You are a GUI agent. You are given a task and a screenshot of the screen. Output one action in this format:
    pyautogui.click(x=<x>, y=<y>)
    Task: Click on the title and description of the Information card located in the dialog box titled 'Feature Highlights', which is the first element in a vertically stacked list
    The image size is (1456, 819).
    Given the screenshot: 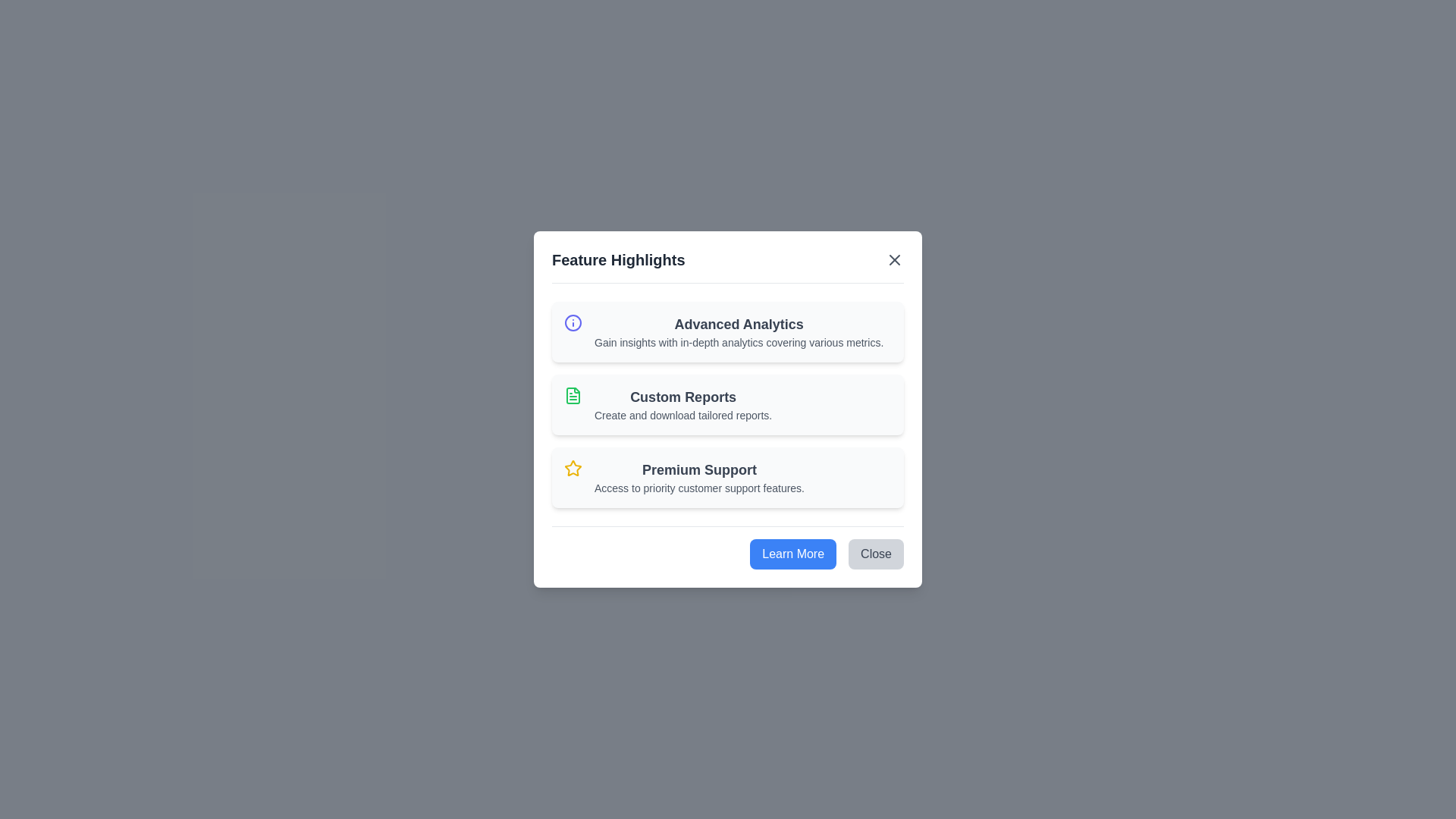 What is the action you would take?
    pyautogui.click(x=739, y=331)
    